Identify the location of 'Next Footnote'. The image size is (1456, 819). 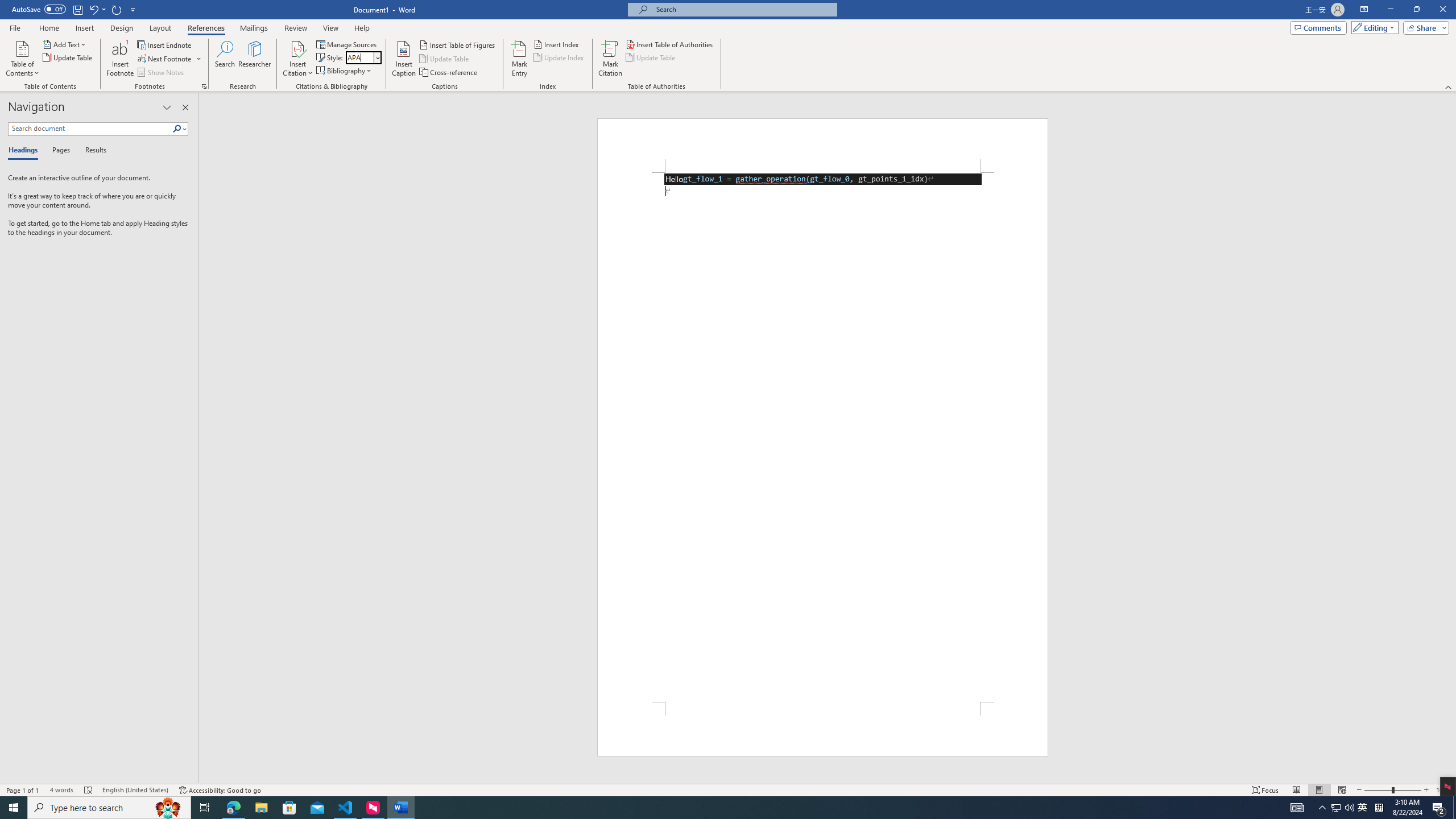
(164, 59).